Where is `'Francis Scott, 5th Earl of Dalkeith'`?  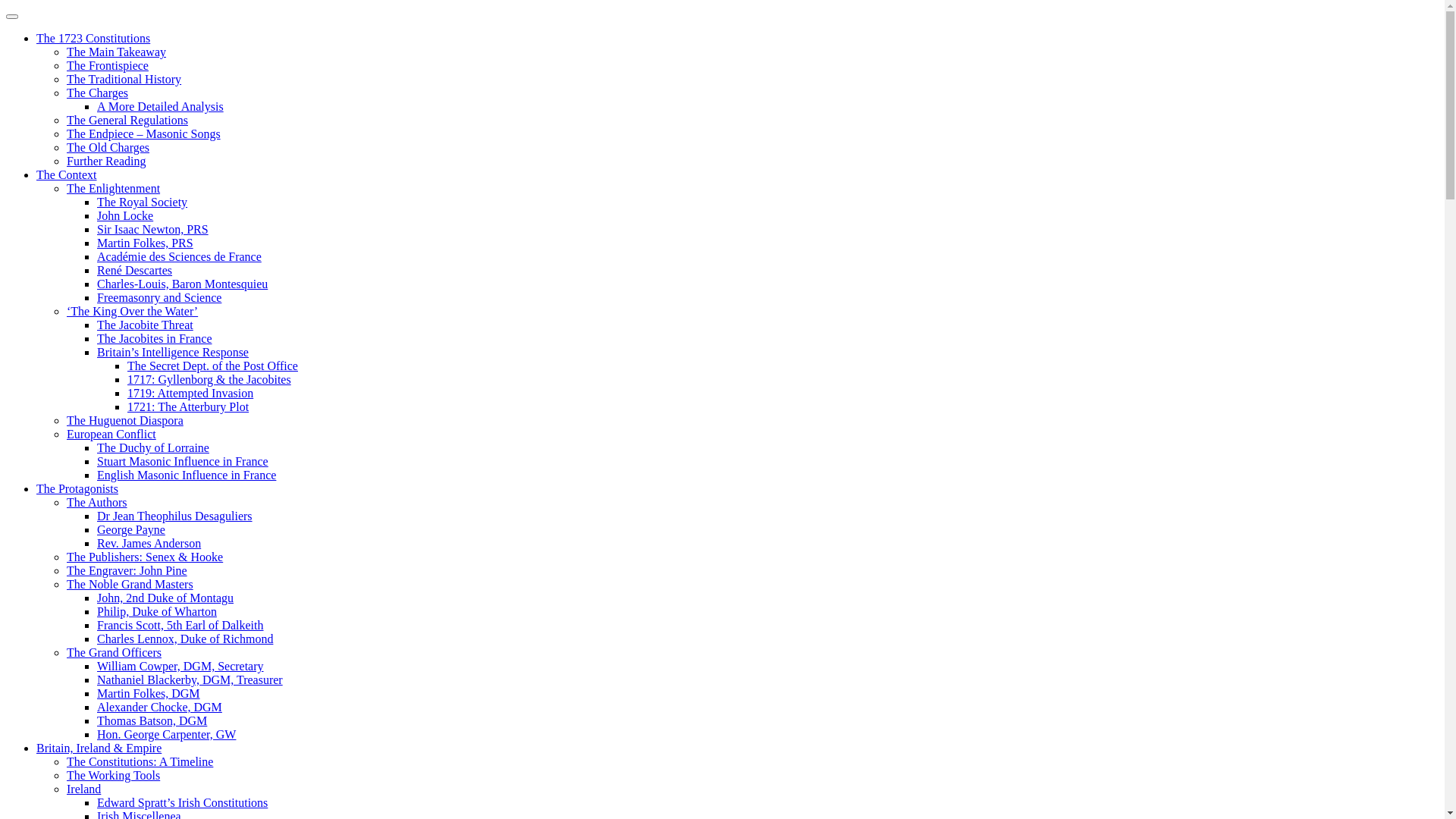 'Francis Scott, 5th Earl of Dalkeith' is located at coordinates (96, 625).